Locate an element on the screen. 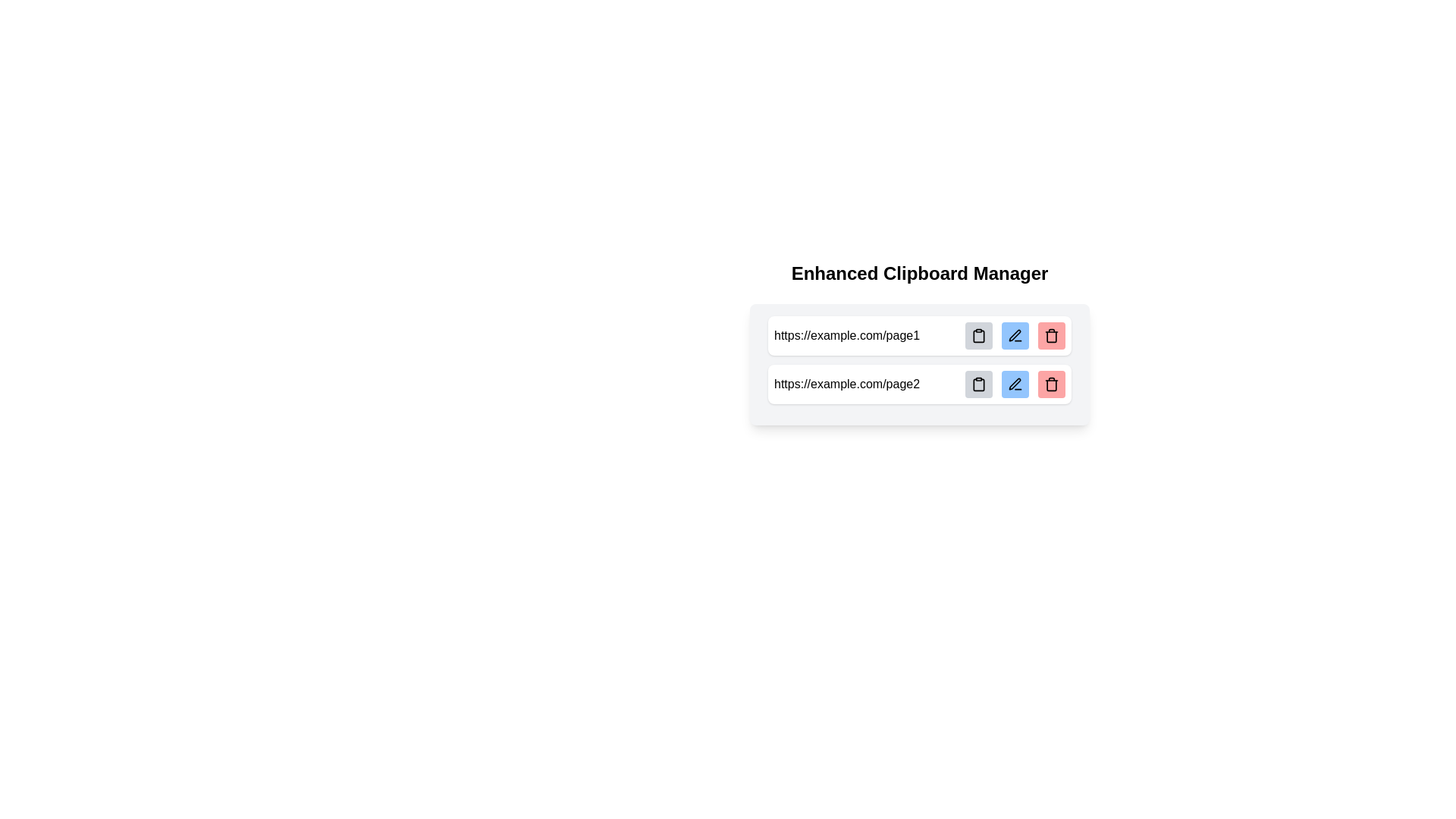  the first List Item Row, which contains the URL 'https://example.com/page1' is located at coordinates (919, 335).